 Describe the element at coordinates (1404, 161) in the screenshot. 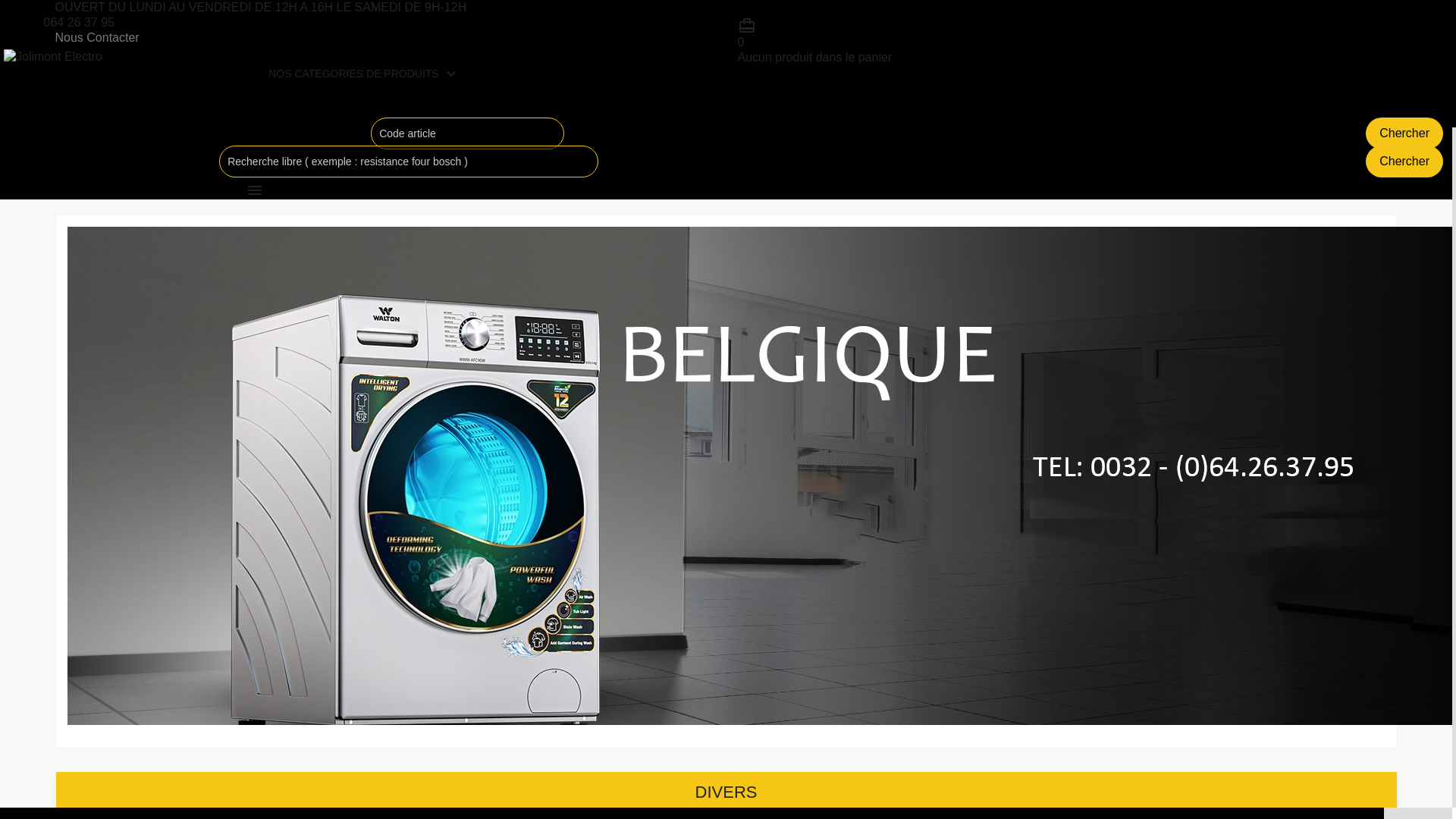

I see `'Chercher'` at that location.